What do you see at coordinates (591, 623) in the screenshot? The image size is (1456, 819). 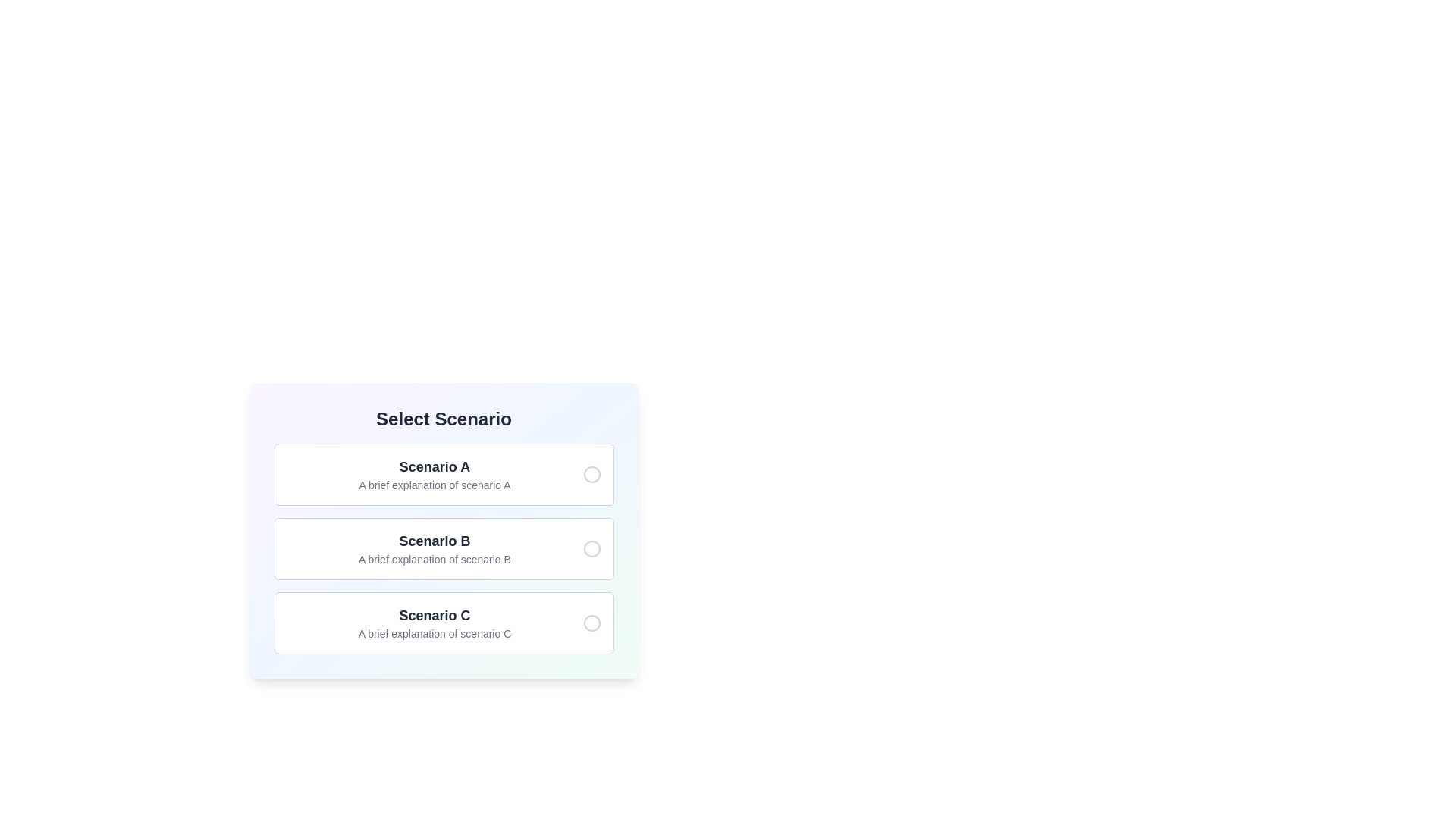 I see `the radio button indicating the selection for 'Scenario C' in the group of options` at bounding box center [591, 623].